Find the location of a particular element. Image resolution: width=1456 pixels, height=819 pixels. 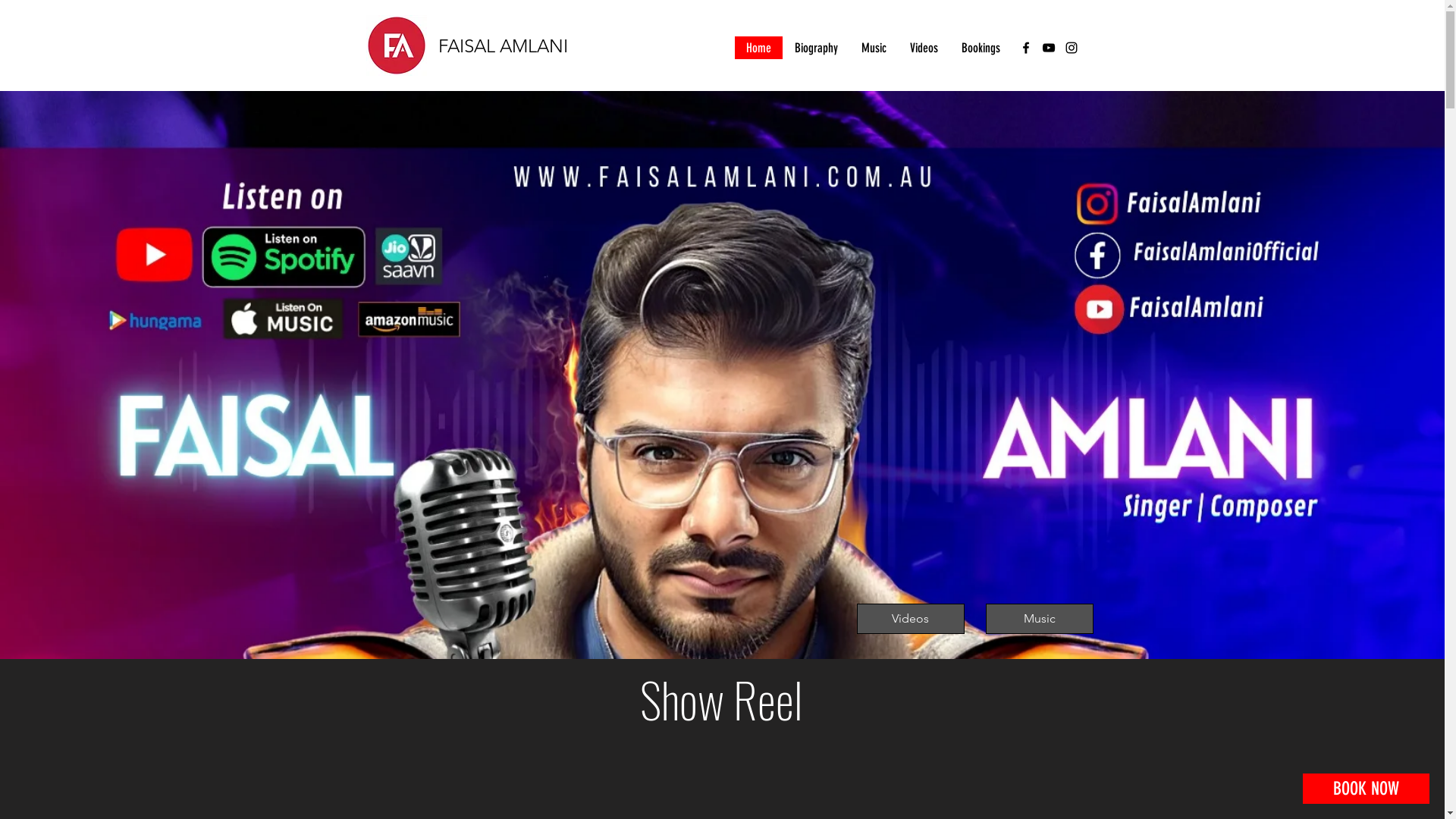

'Music' is located at coordinates (874, 46).